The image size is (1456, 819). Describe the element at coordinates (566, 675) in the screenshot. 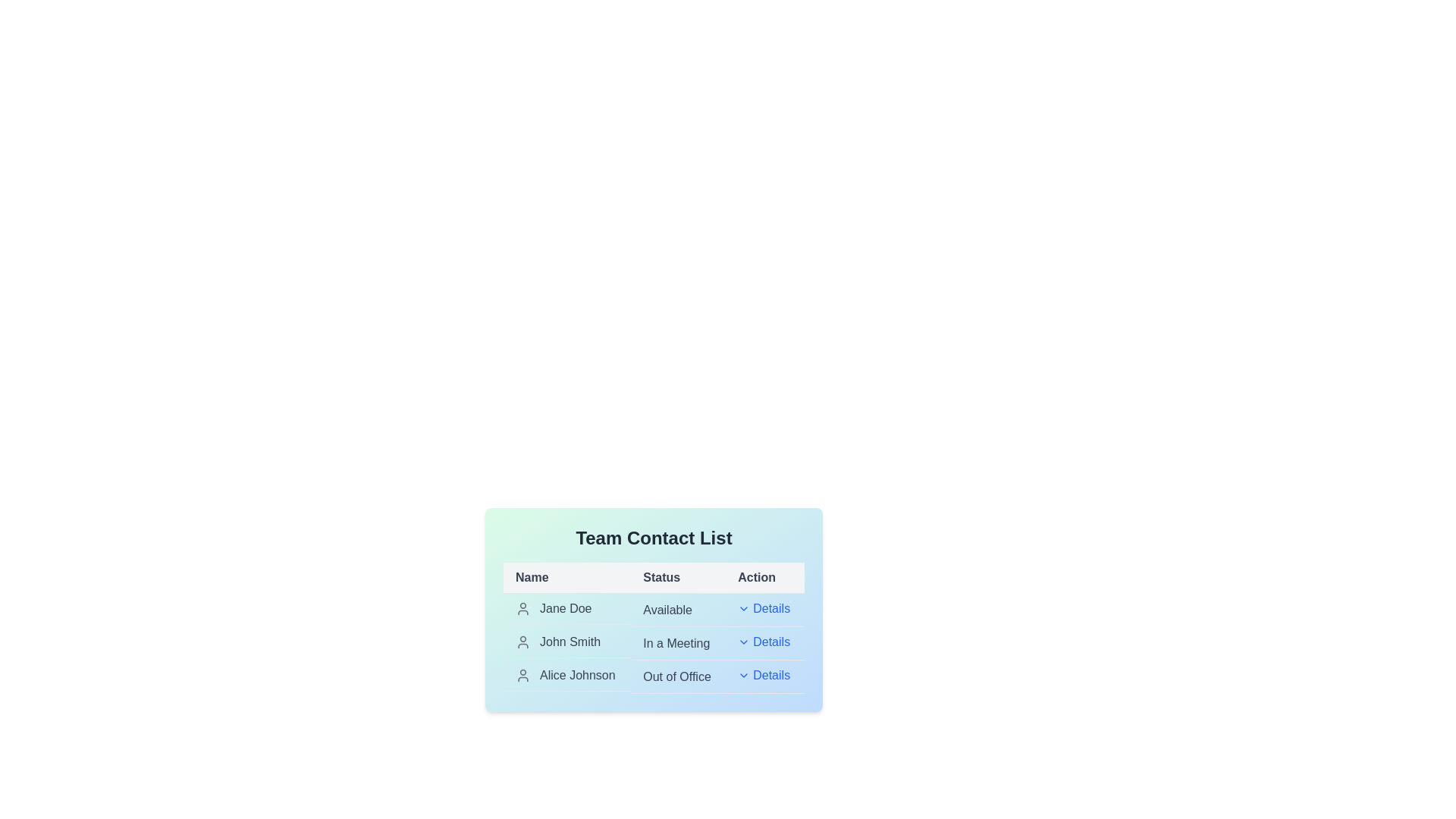

I see `the row corresponding to Alice Johnson to open the context menu` at that location.